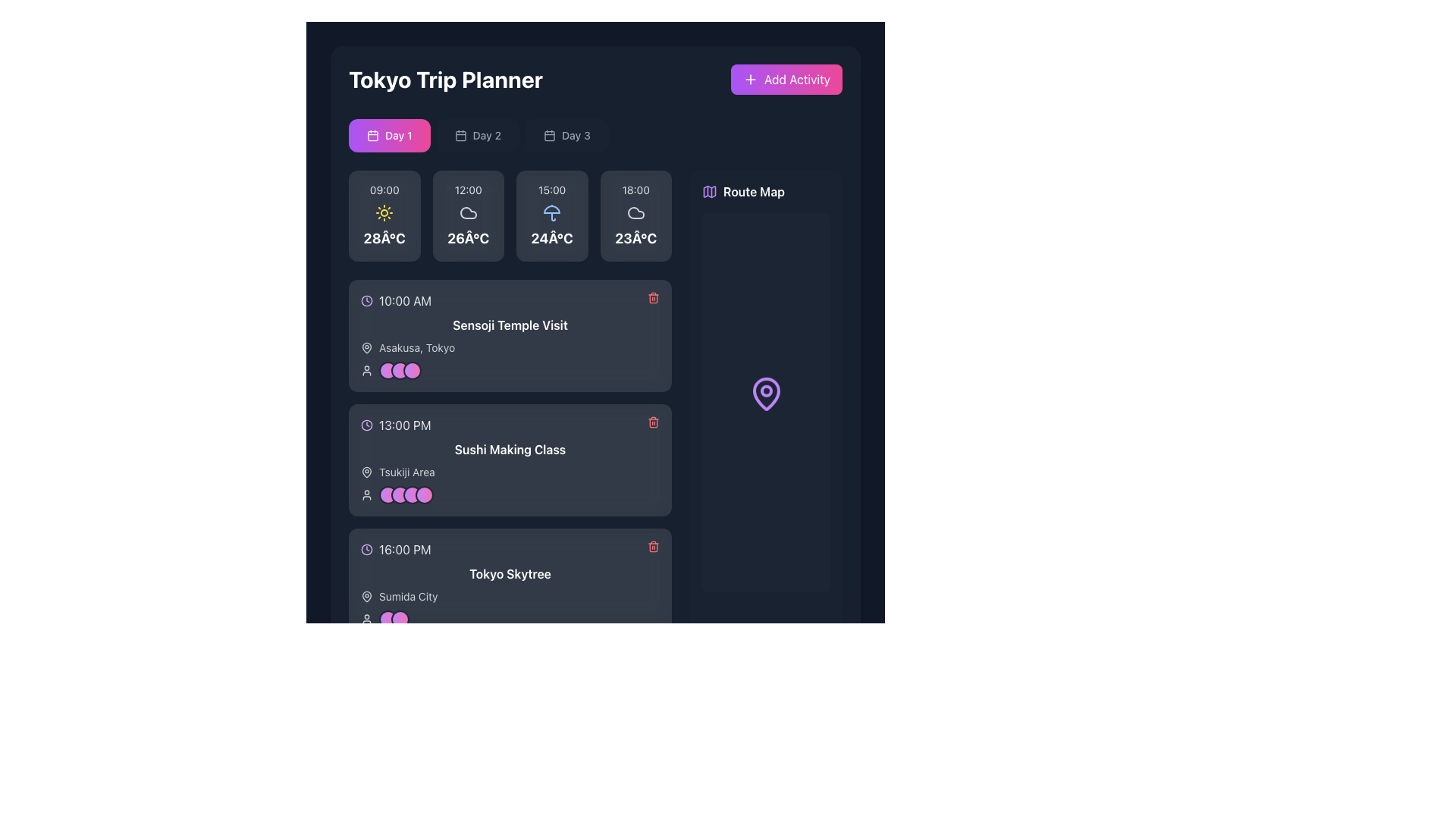 Image resolution: width=1456 pixels, height=819 pixels. Describe the element at coordinates (460, 134) in the screenshot. I see `the decorative calendar icon located near the 'Day 2' button, which serves as a visual cue for scheduling functionality` at that location.